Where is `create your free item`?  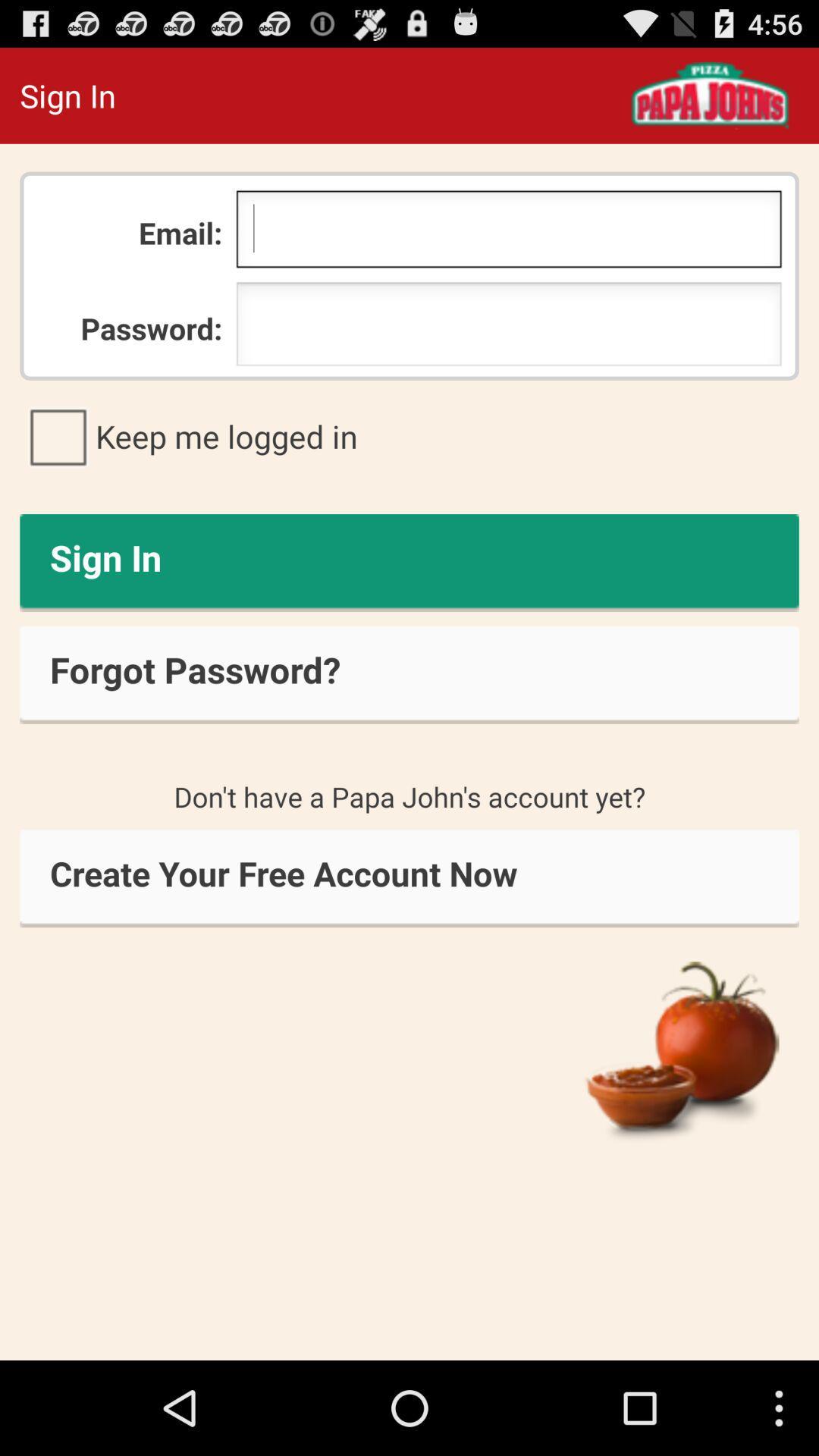 create your free item is located at coordinates (409, 878).